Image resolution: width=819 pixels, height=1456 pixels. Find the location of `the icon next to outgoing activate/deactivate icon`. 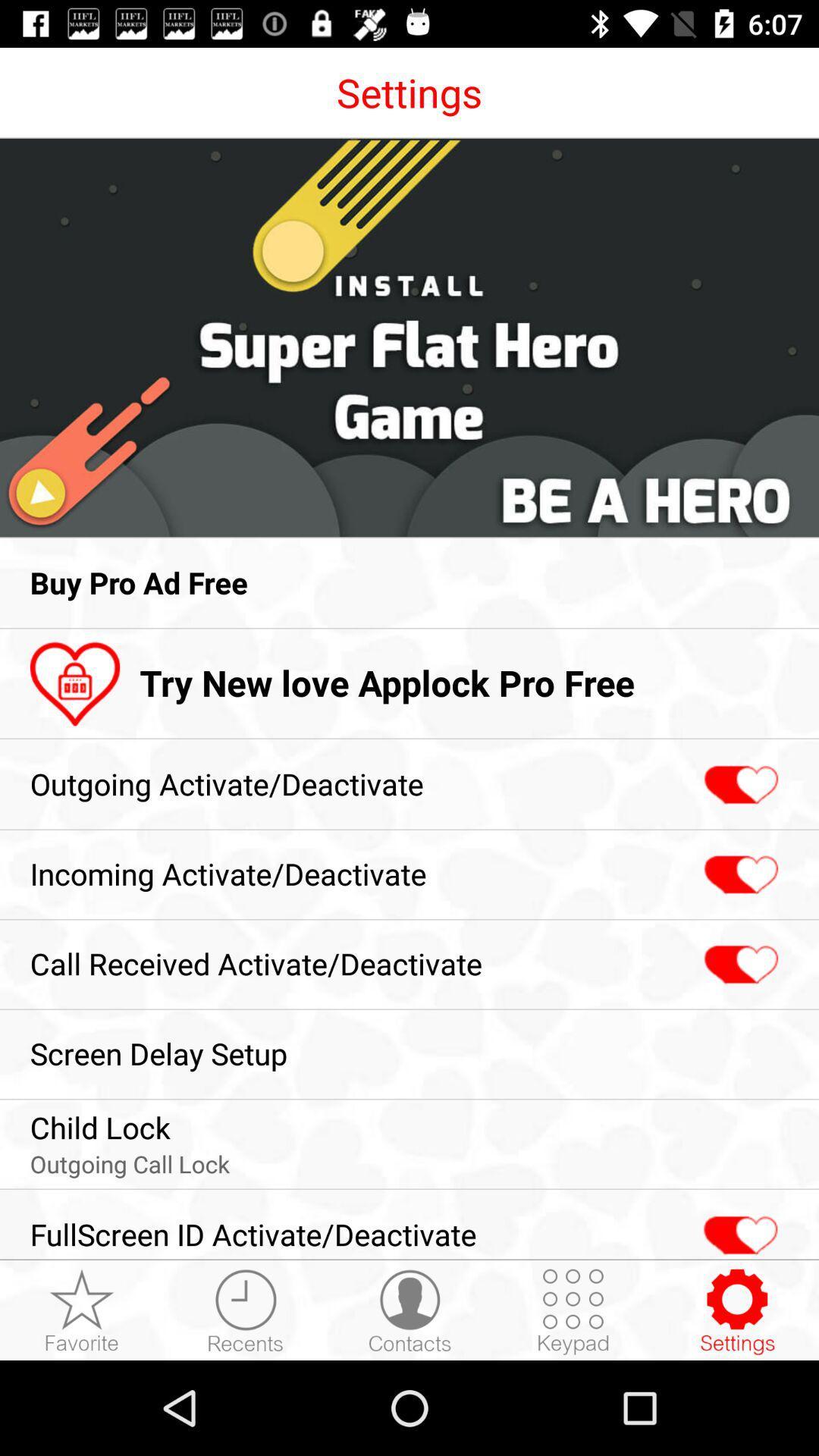

the icon next to outgoing activate/deactivate icon is located at coordinates (739, 785).